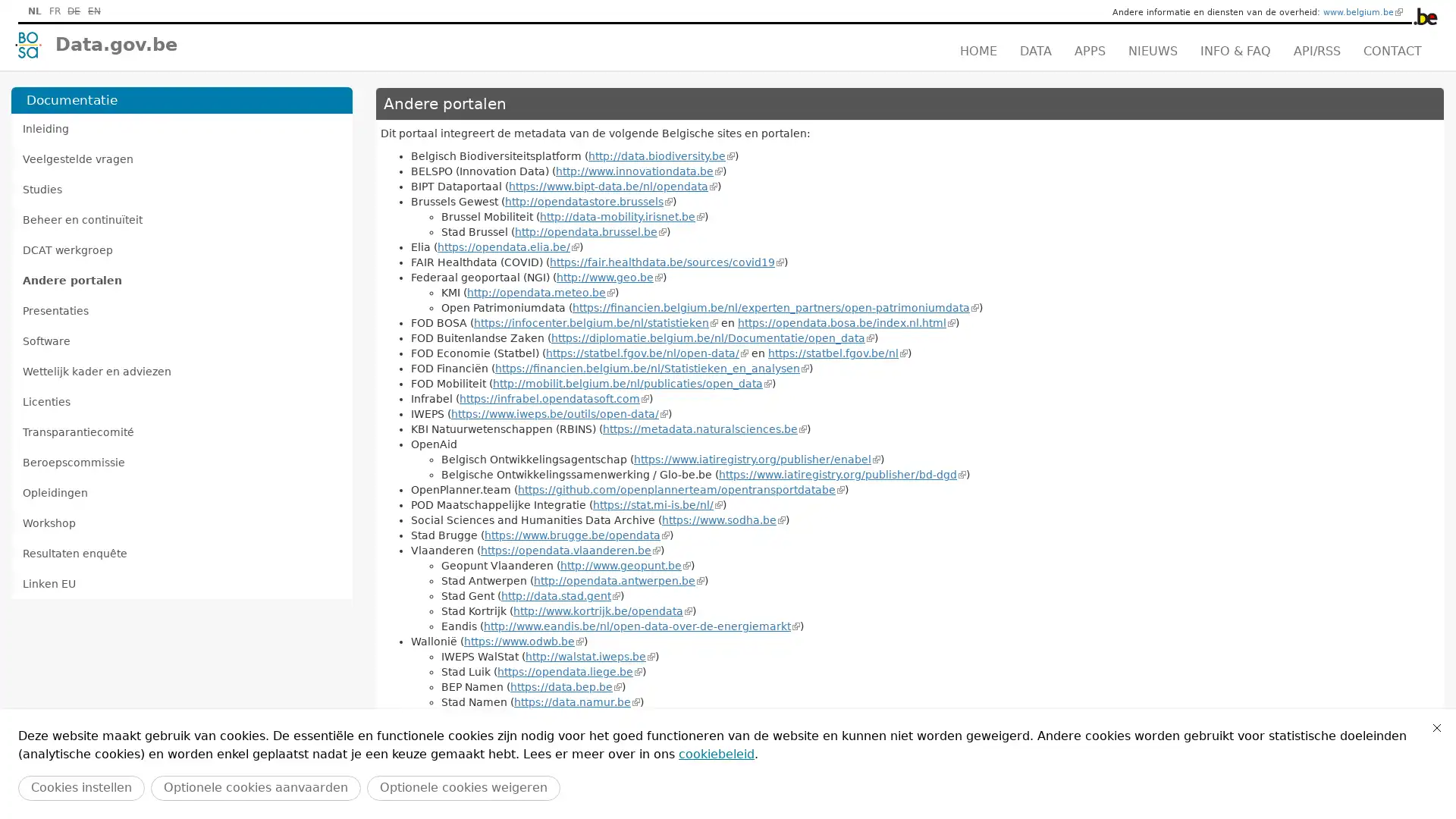 The image size is (1456, 819). Describe the element at coordinates (463, 787) in the screenshot. I see `Optionele cookies weigeren` at that location.